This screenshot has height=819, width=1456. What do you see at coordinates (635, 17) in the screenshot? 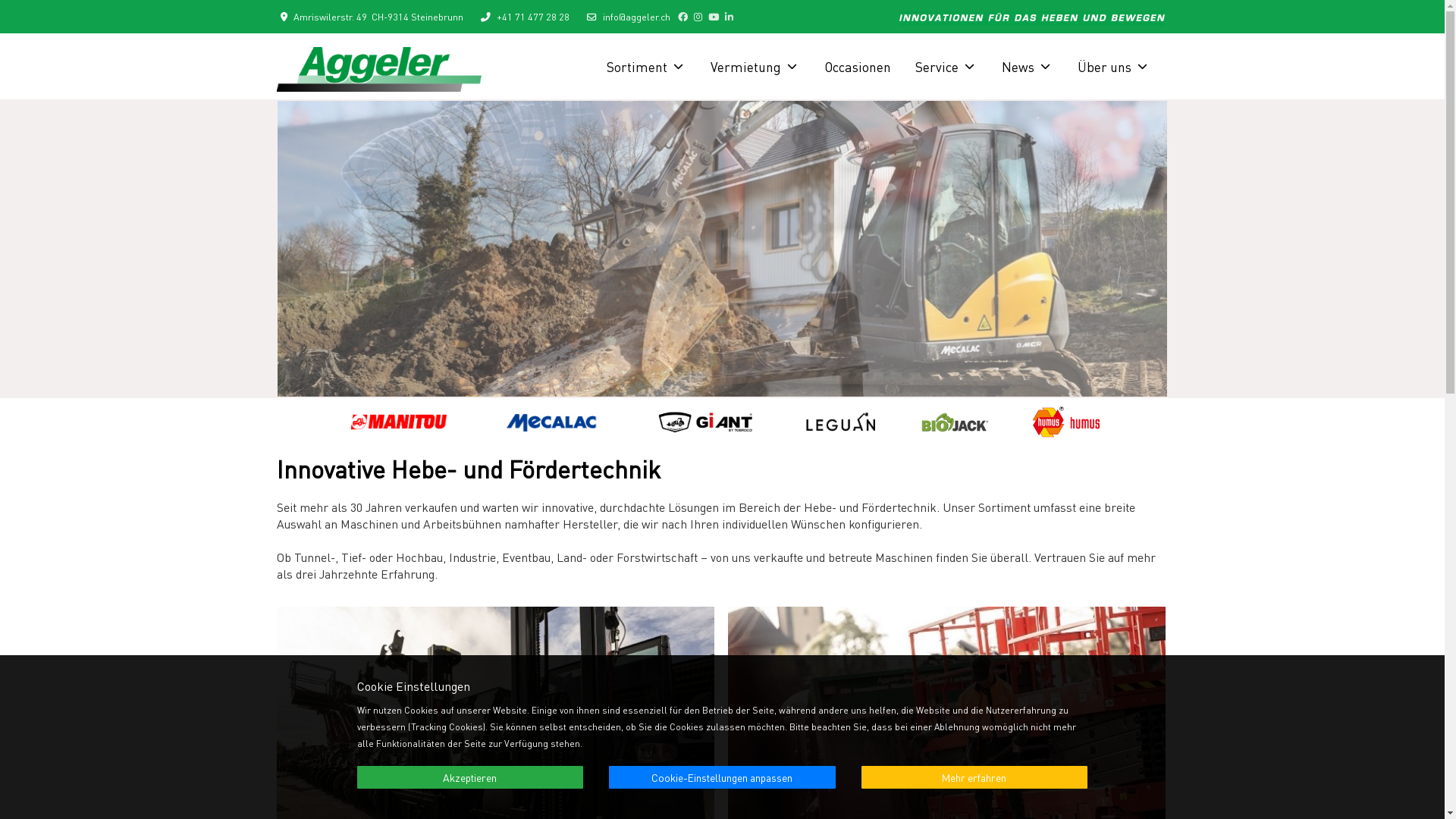
I see `'info@aggeler.ch'` at bounding box center [635, 17].